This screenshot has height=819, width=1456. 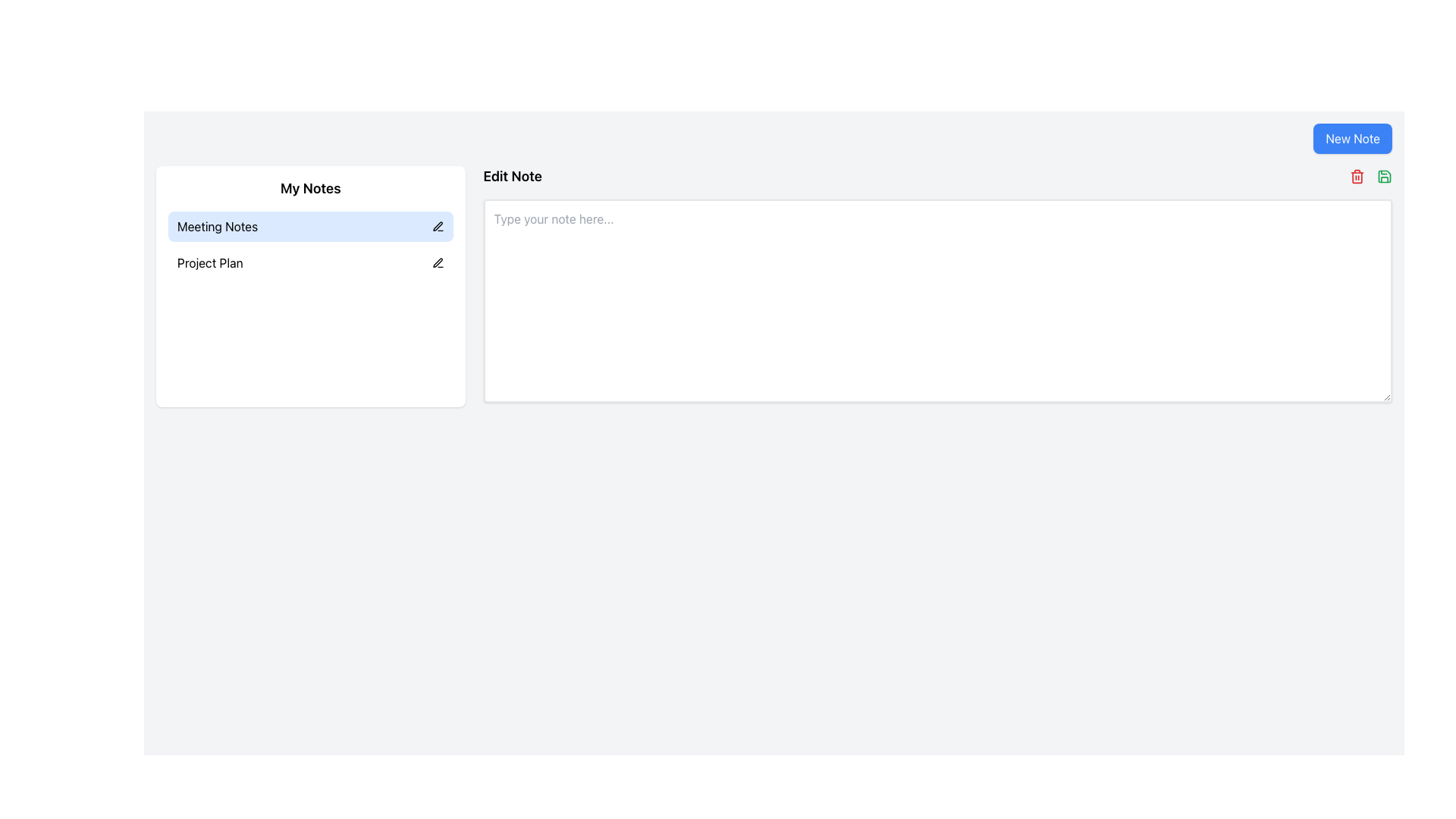 What do you see at coordinates (1353, 138) in the screenshot?
I see `the 'Create New Note' button located in the top-right corner of the interface` at bounding box center [1353, 138].